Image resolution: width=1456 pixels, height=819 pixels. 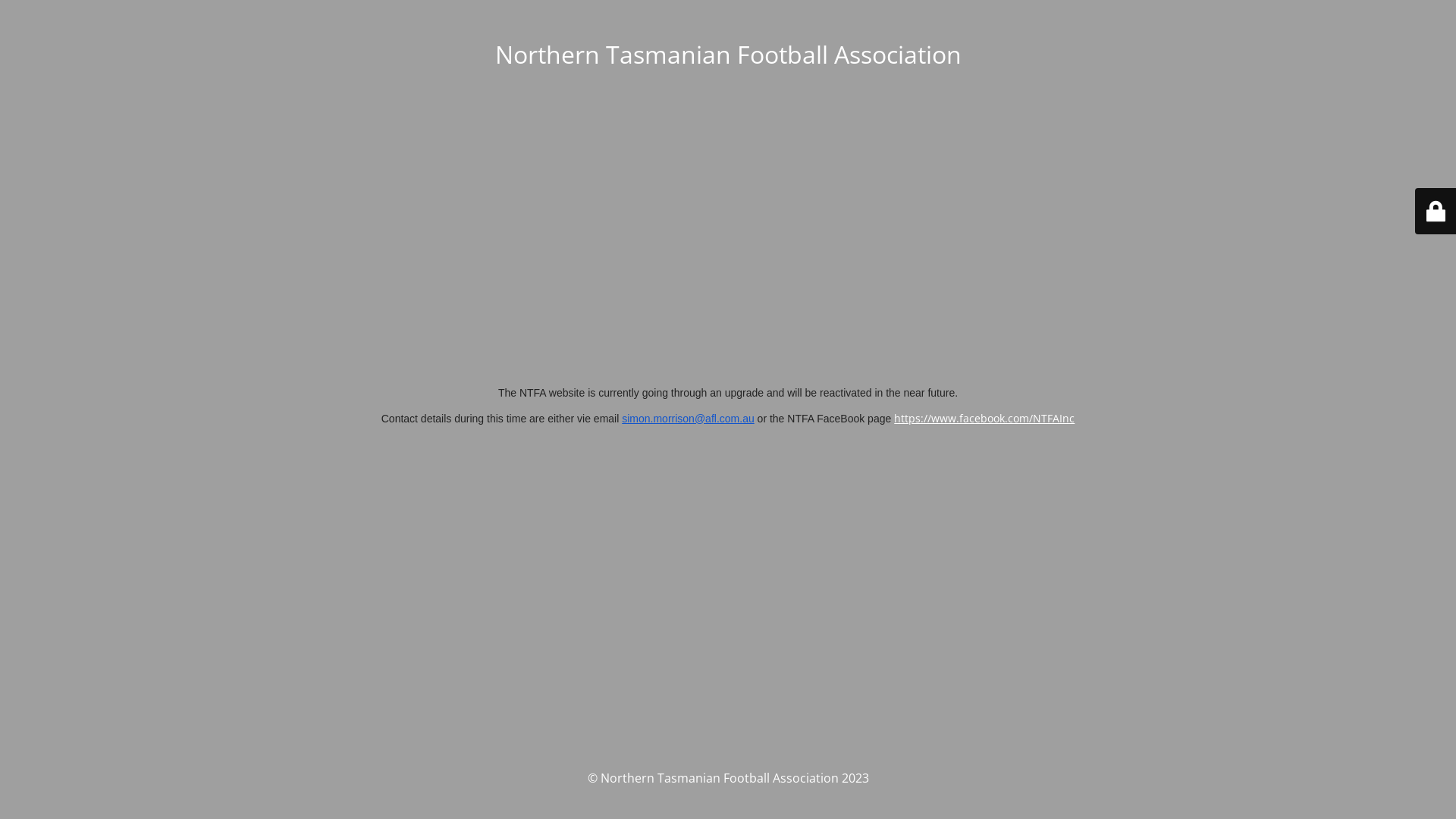 What do you see at coordinates (687, 418) in the screenshot?
I see `'simon.morrison@afl.com.au'` at bounding box center [687, 418].